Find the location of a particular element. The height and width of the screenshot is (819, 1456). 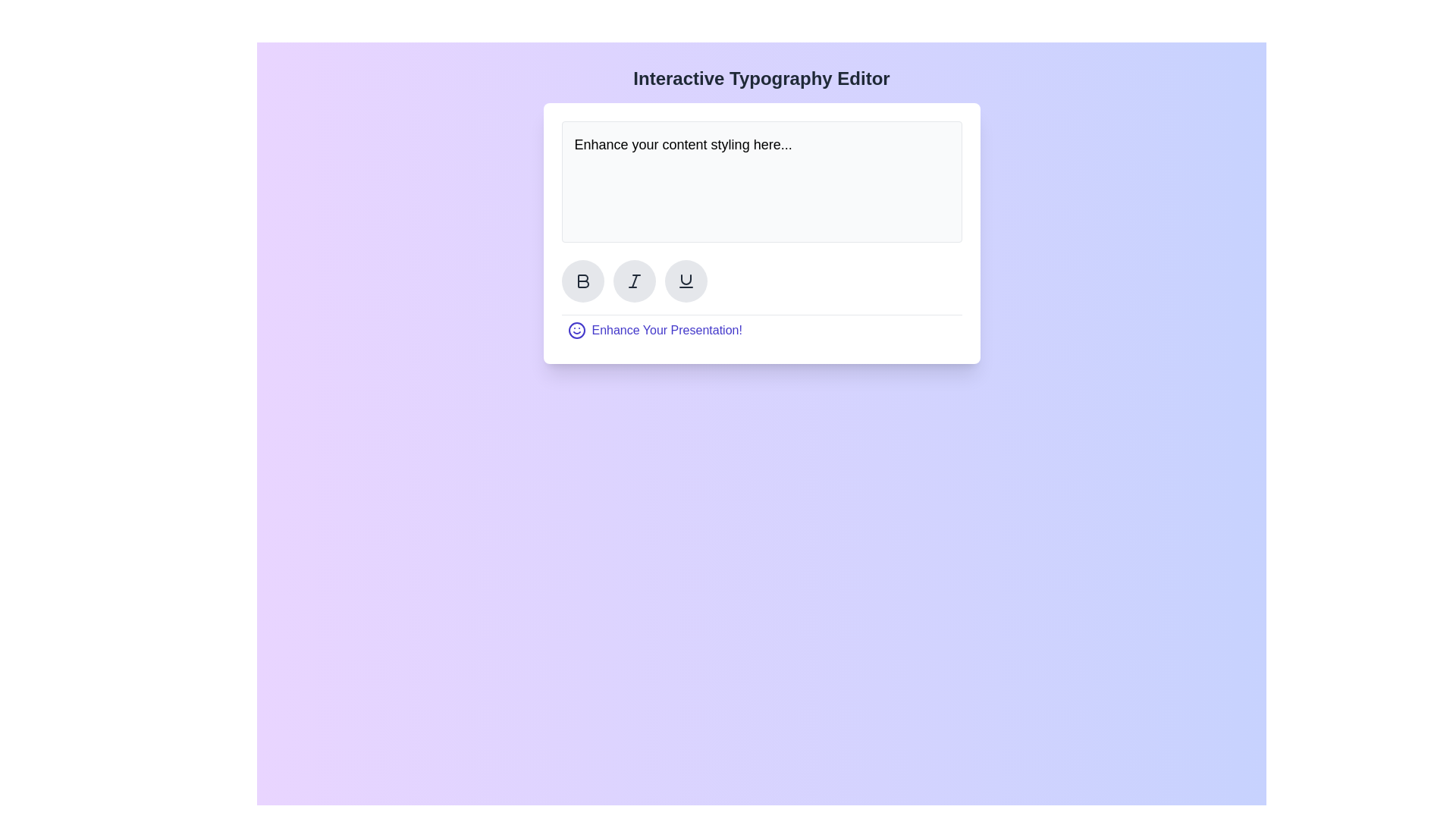

the circular gray button with an italic 'I' icon to apply italic formatting, located in the middle of the toolbar below the text input field is located at coordinates (634, 281).